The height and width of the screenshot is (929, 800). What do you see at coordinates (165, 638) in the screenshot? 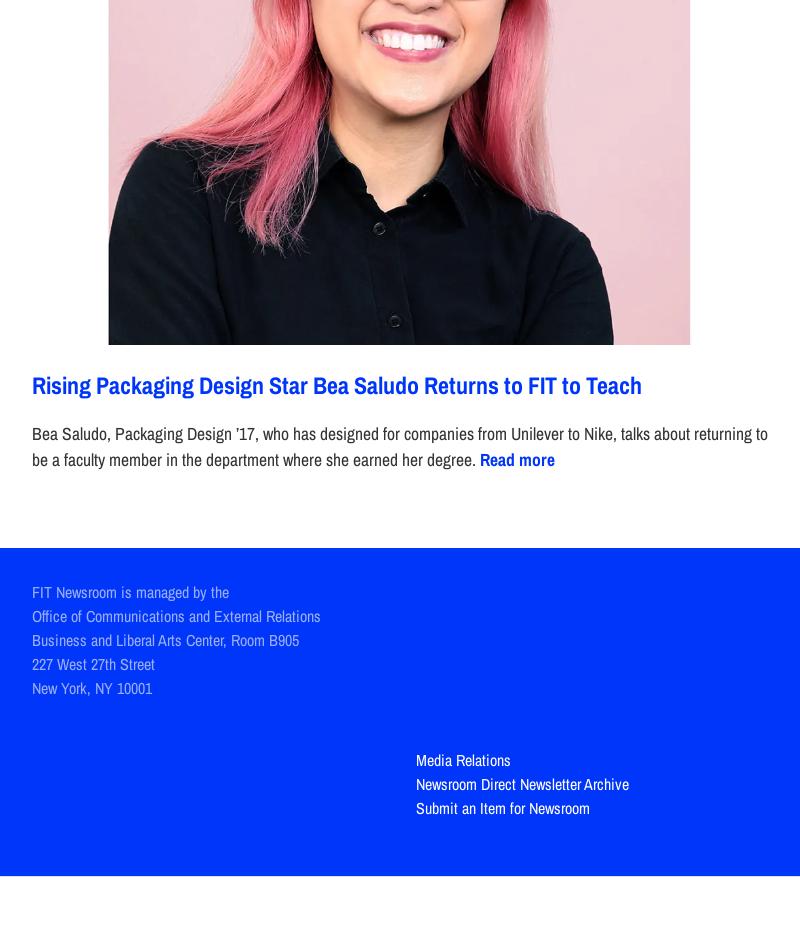
I see `'Business and Liberal Arts Center, Room B905'` at bounding box center [165, 638].